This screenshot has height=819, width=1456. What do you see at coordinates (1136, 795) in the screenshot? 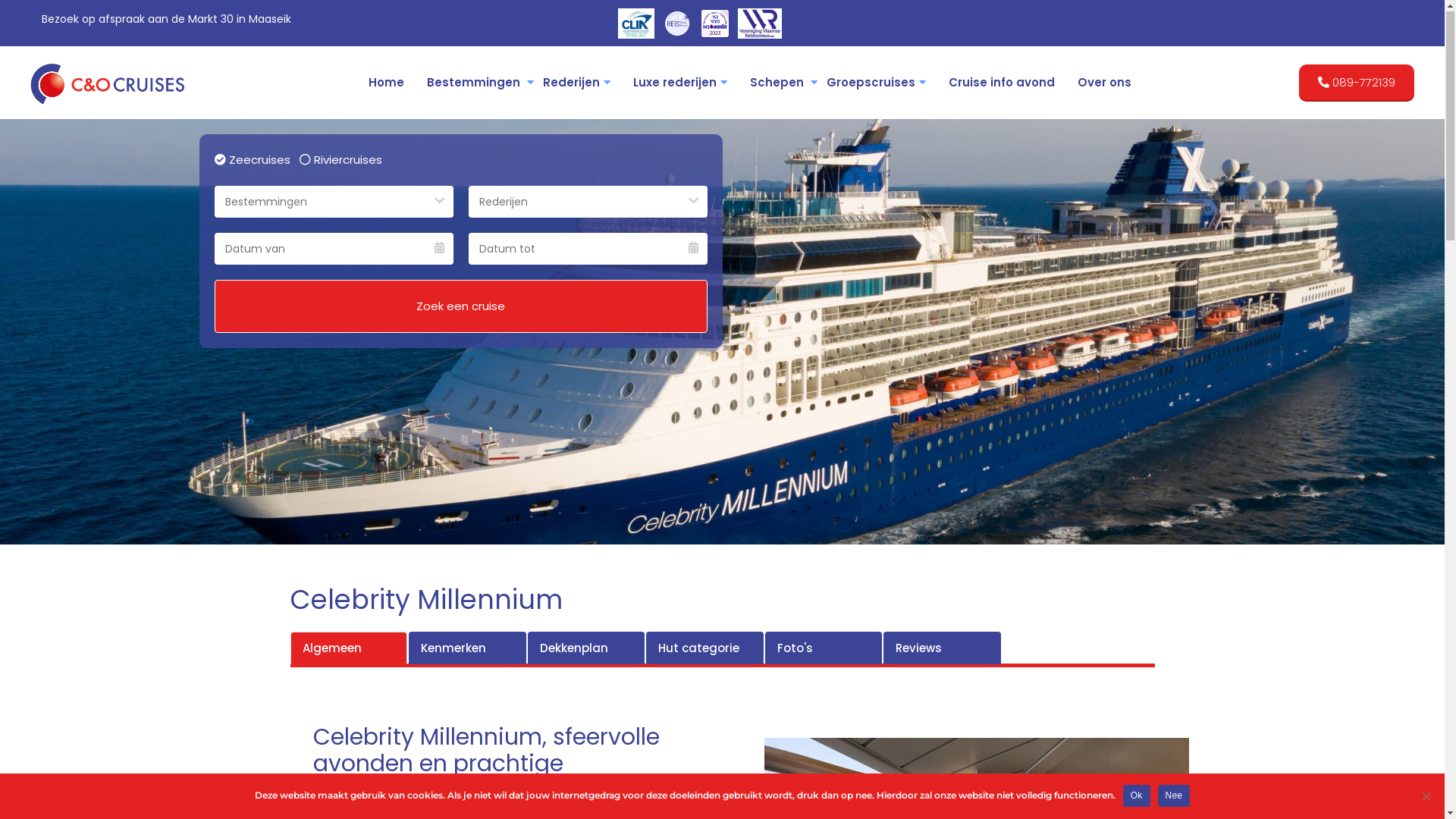
I see `'Ok'` at bounding box center [1136, 795].